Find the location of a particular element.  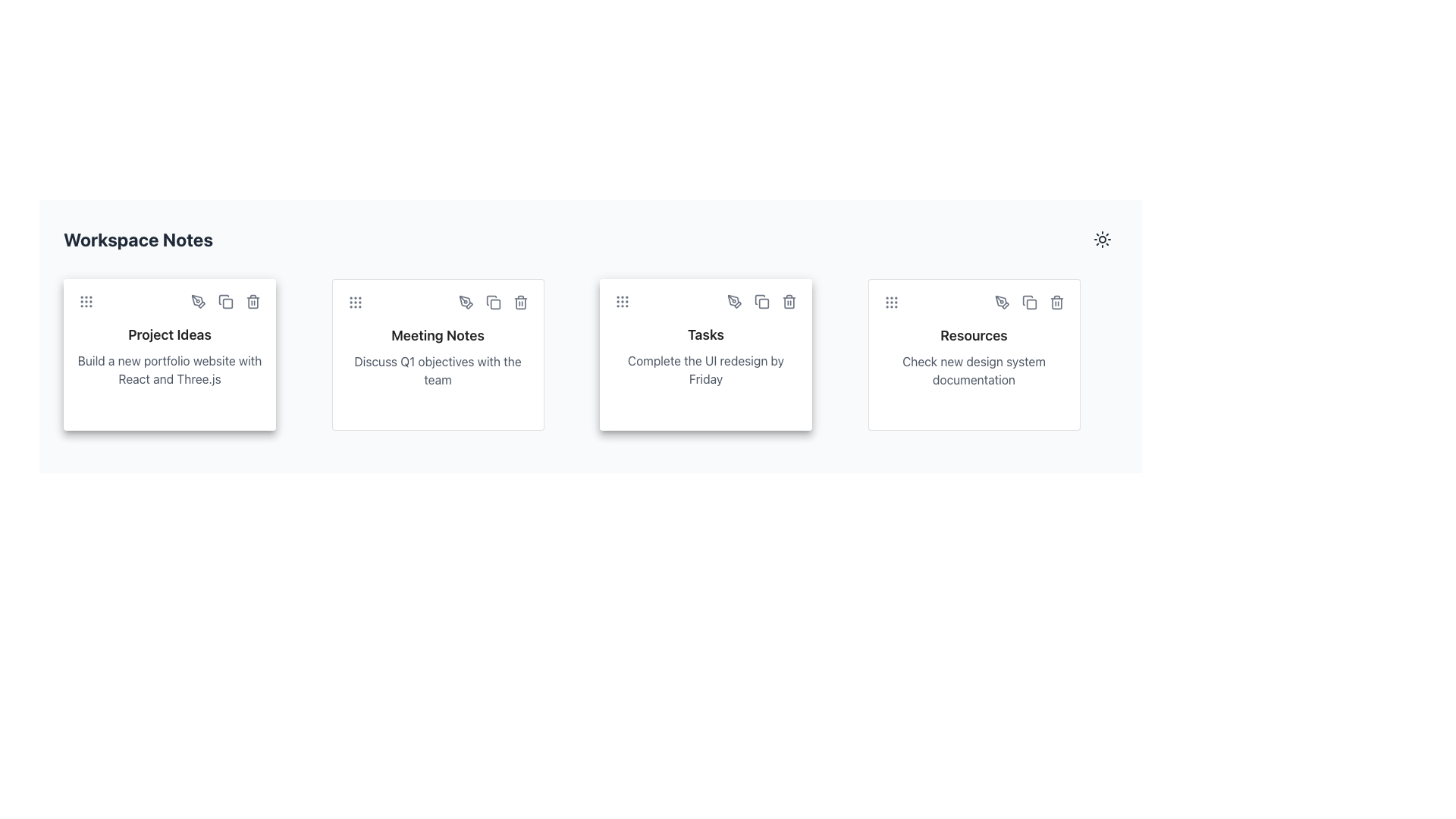

the second icon button in the toolbar section of the 'Tasks' card is located at coordinates (761, 301).